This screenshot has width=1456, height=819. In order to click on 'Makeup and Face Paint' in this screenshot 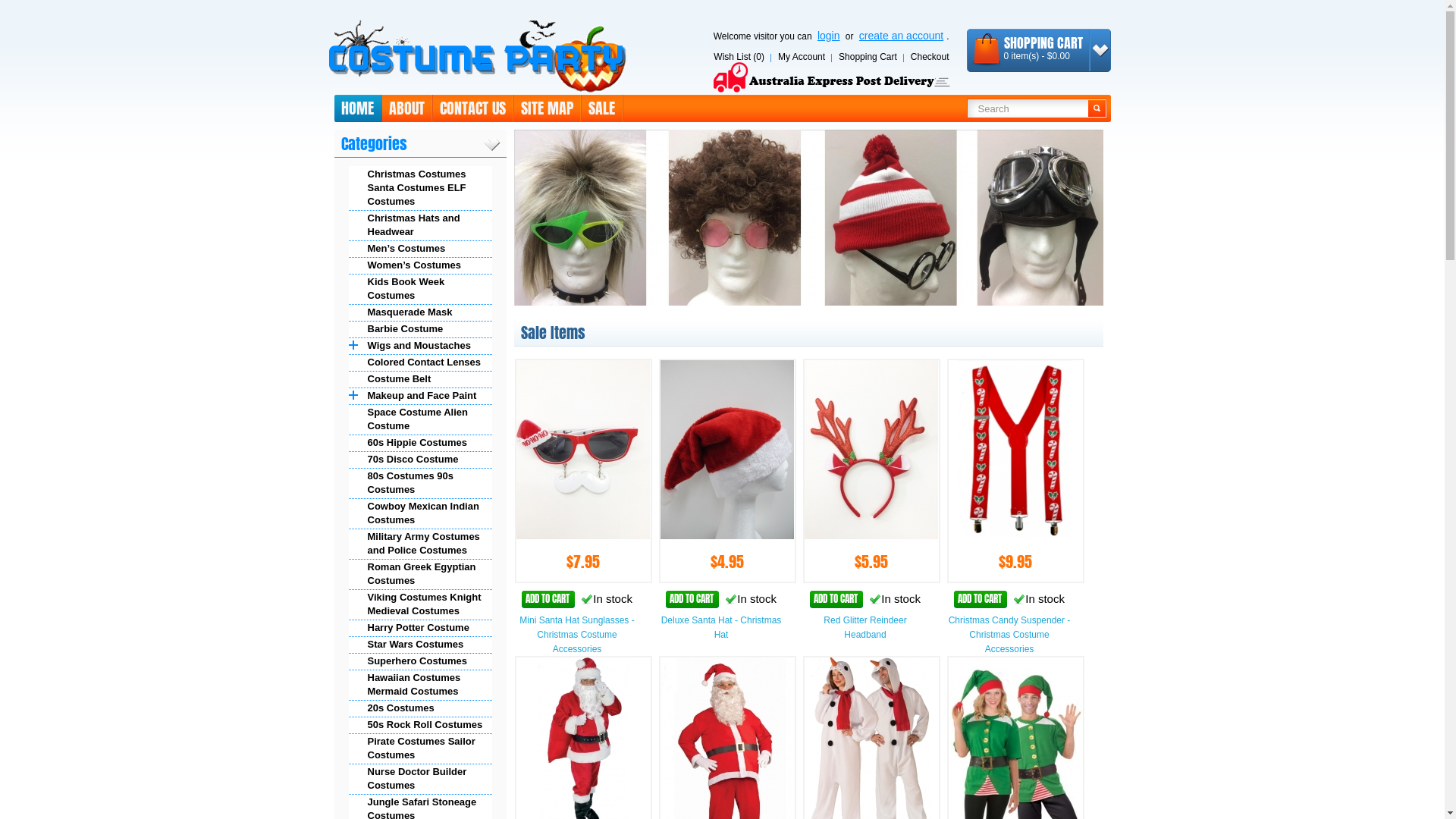, I will do `click(420, 394)`.